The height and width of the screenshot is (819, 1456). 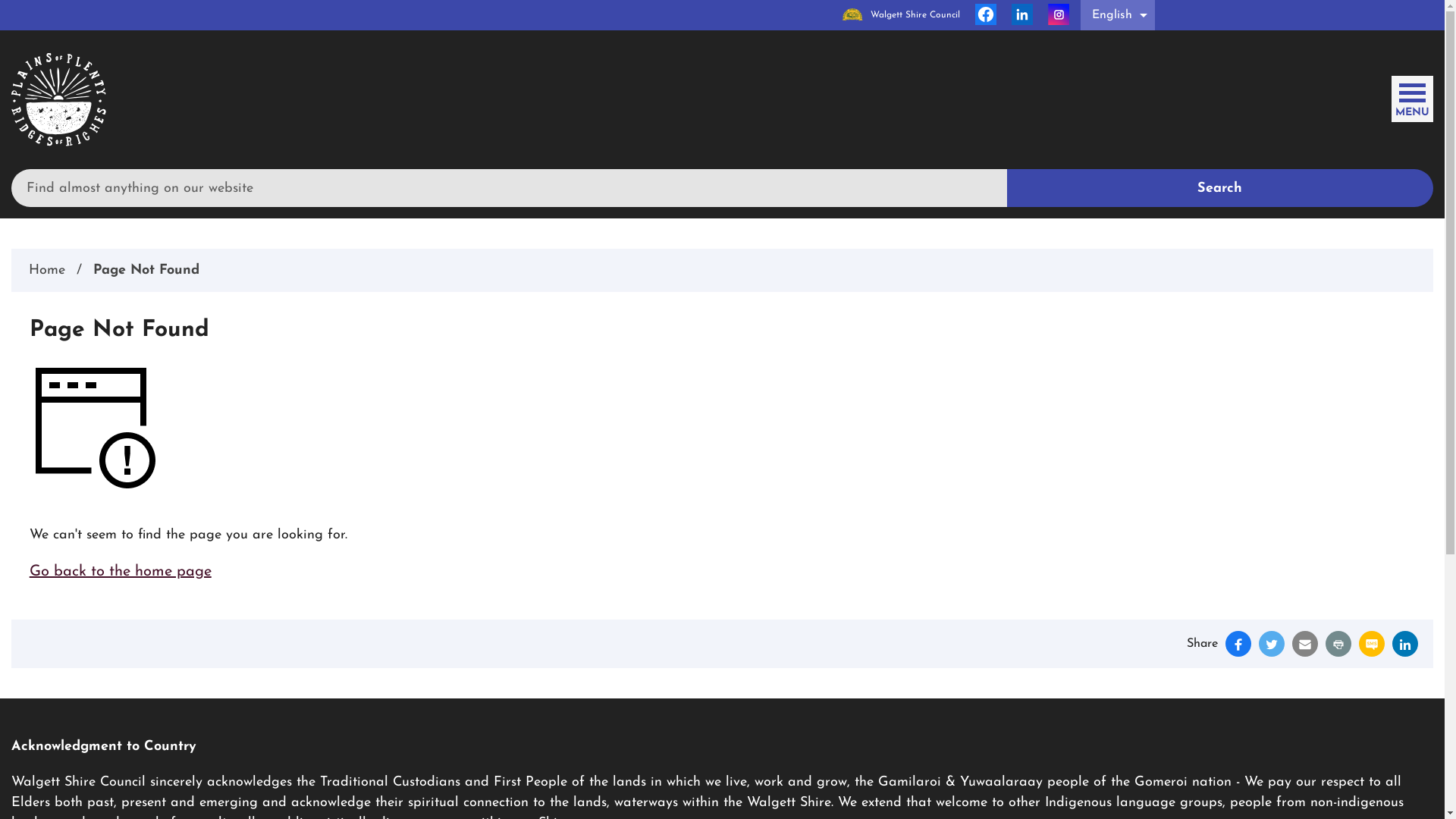 What do you see at coordinates (1047, 14) in the screenshot?
I see `'Instagram'` at bounding box center [1047, 14].